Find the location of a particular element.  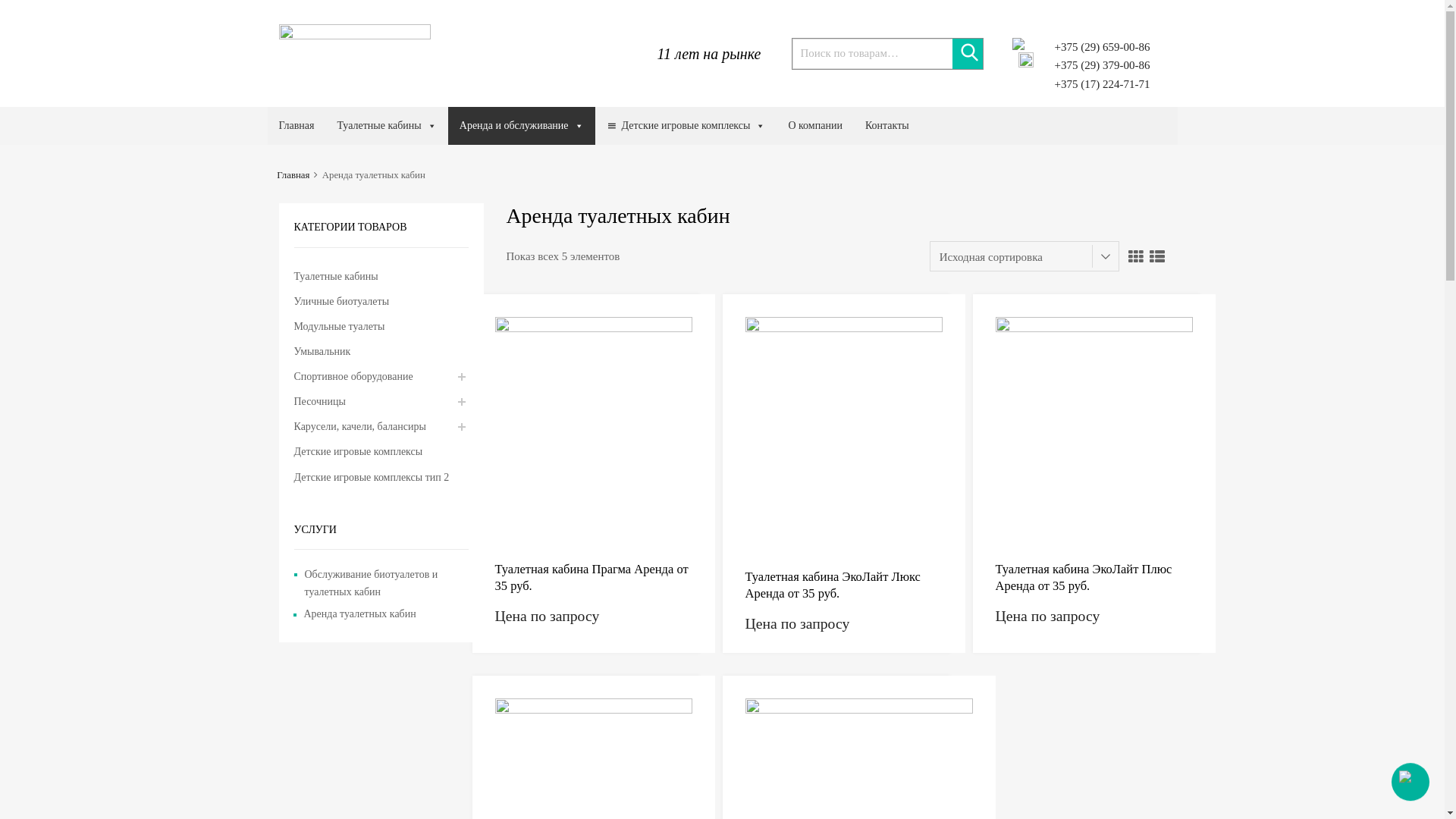

'+375 (17) 224-71-71' is located at coordinates (1095, 84).